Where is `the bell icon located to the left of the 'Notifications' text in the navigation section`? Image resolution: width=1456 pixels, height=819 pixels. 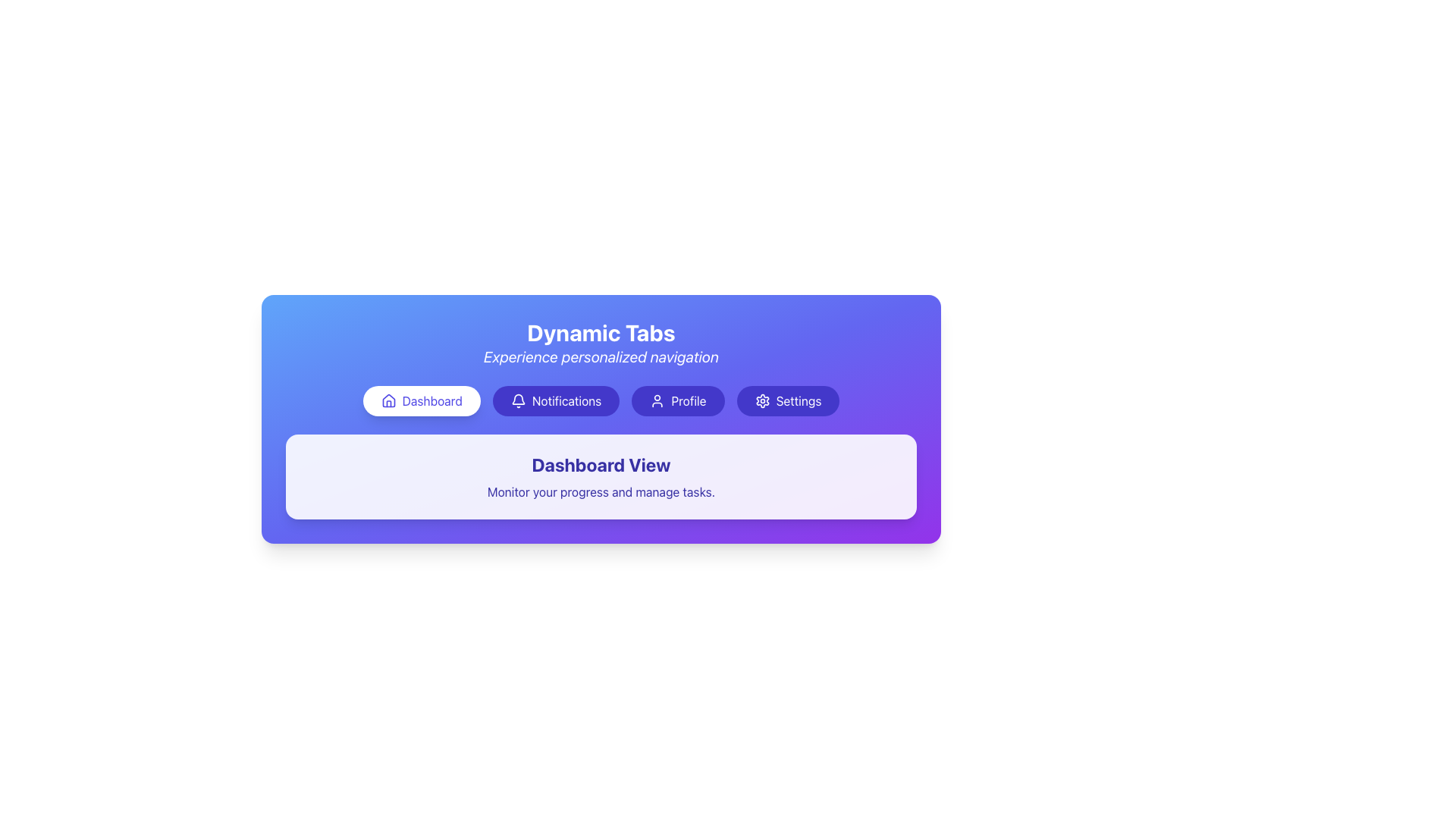
the bell icon located to the left of the 'Notifications' text in the navigation section is located at coordinates (518, 400).